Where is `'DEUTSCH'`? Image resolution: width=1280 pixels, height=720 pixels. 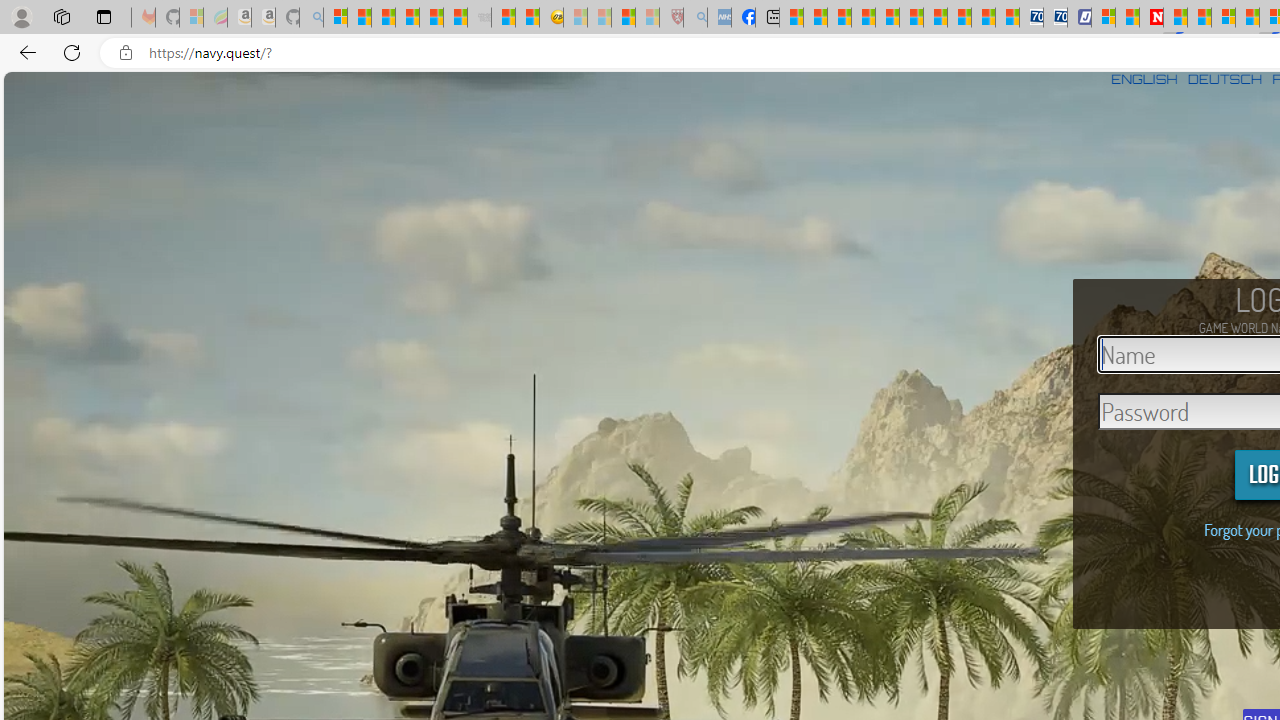
'DEUTSCH' is located at coordinates (1223, 78).